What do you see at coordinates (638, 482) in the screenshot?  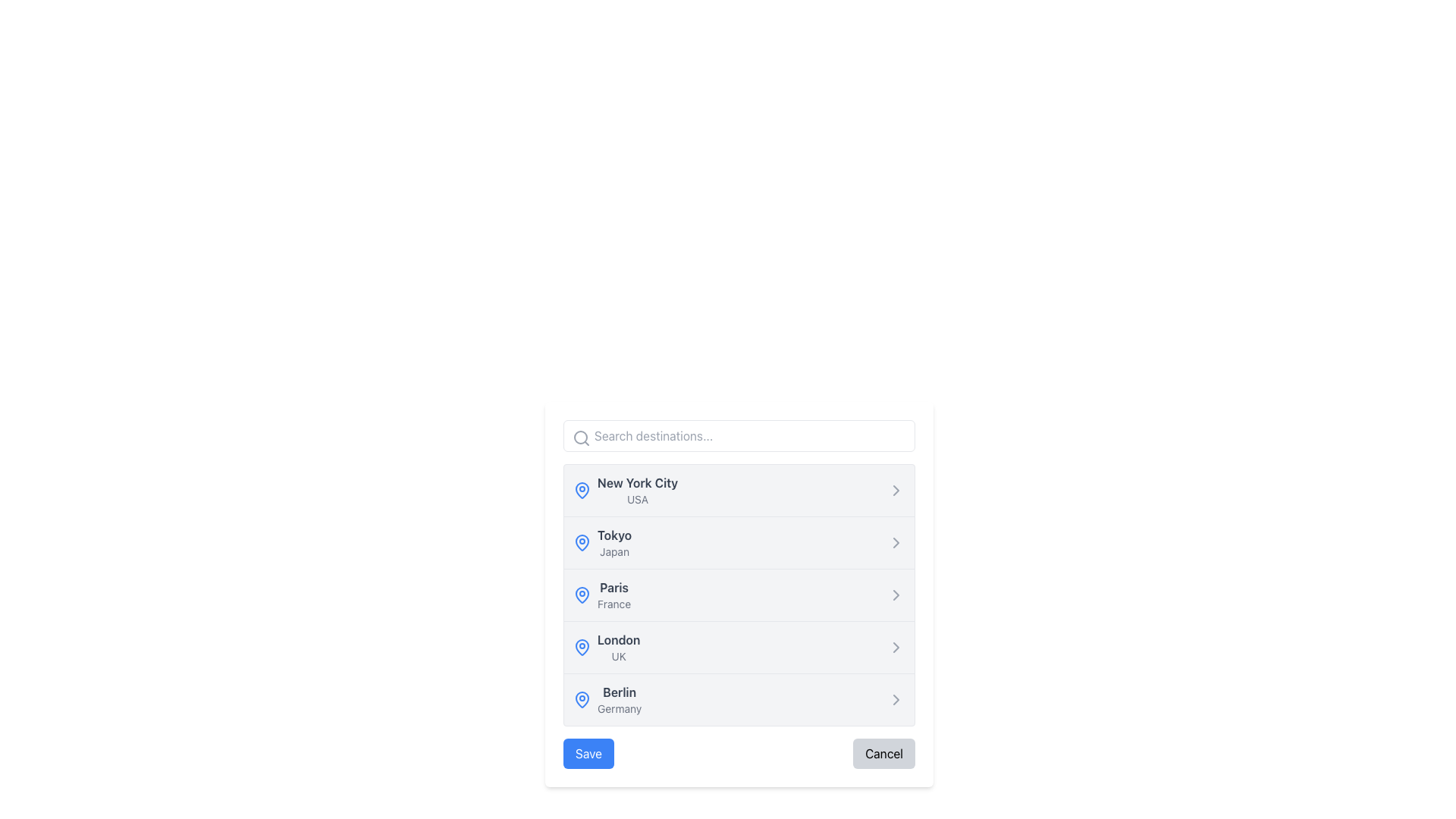 I see `the text label representing the name of a destination in the selectable list, located above 'USA' and to the right of the location icon` at bounding box center [638, 482].